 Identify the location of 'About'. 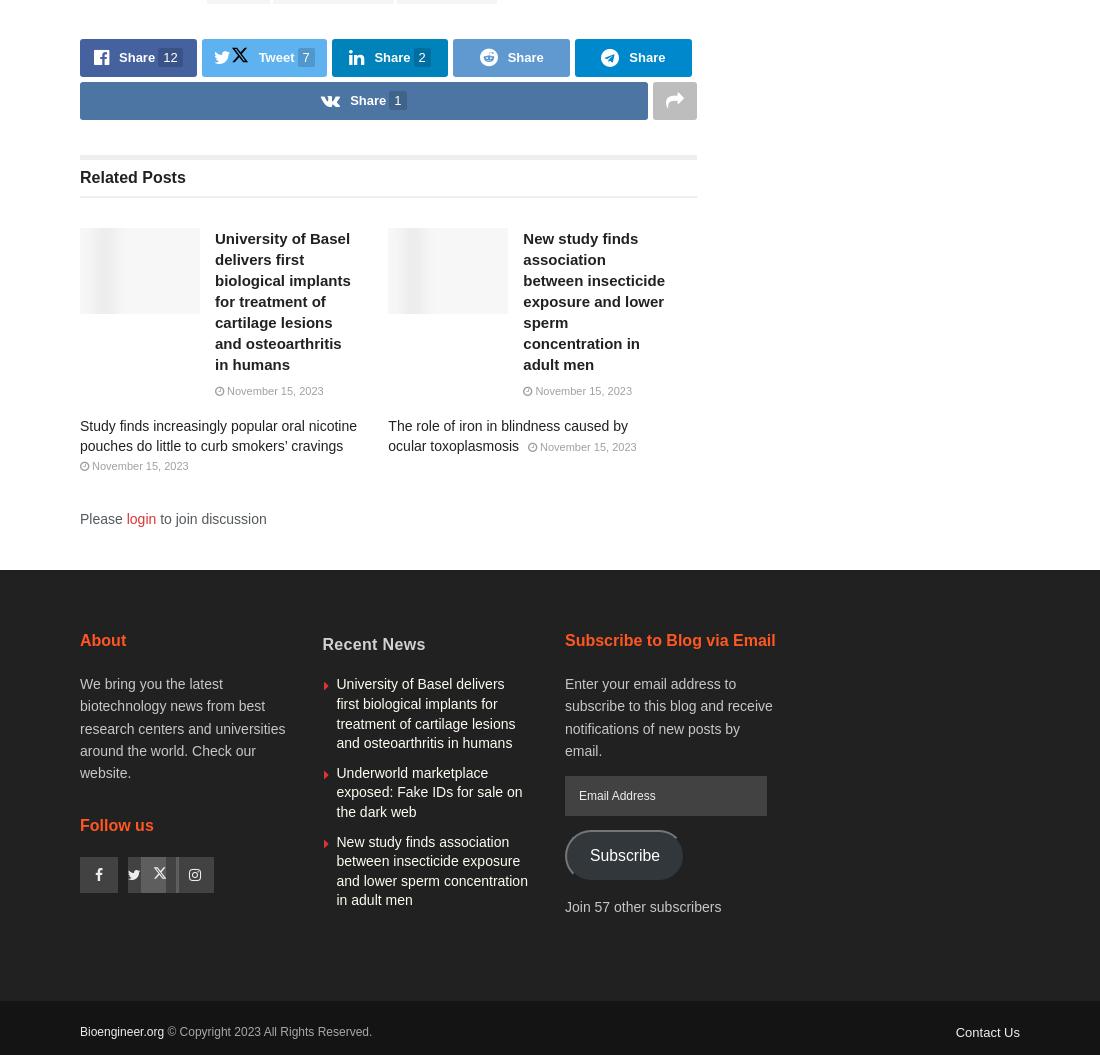
(102, 640).